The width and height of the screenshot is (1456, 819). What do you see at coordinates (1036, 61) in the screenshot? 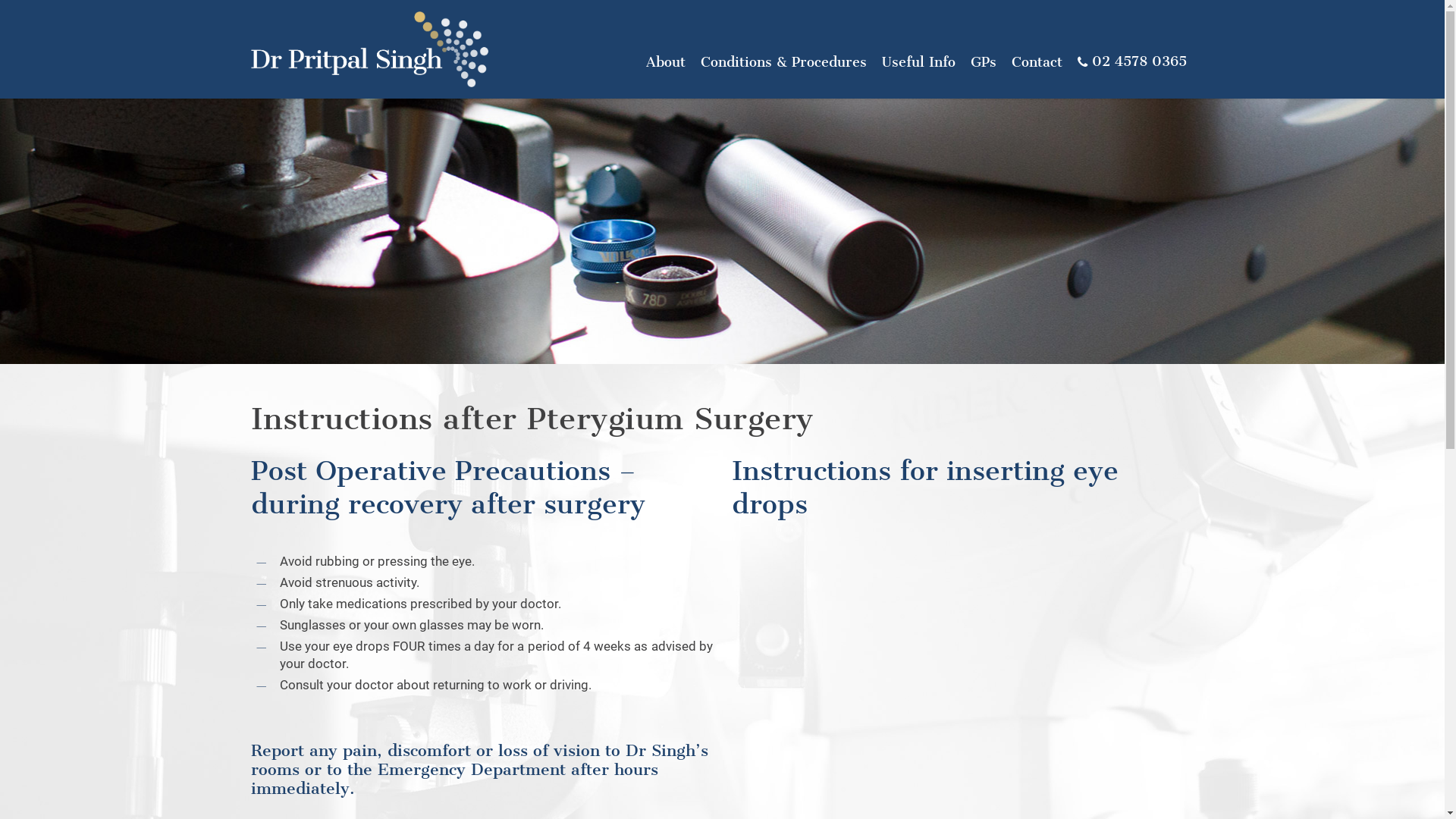
I see `'Contact'` at bounding box center [1036, 61].